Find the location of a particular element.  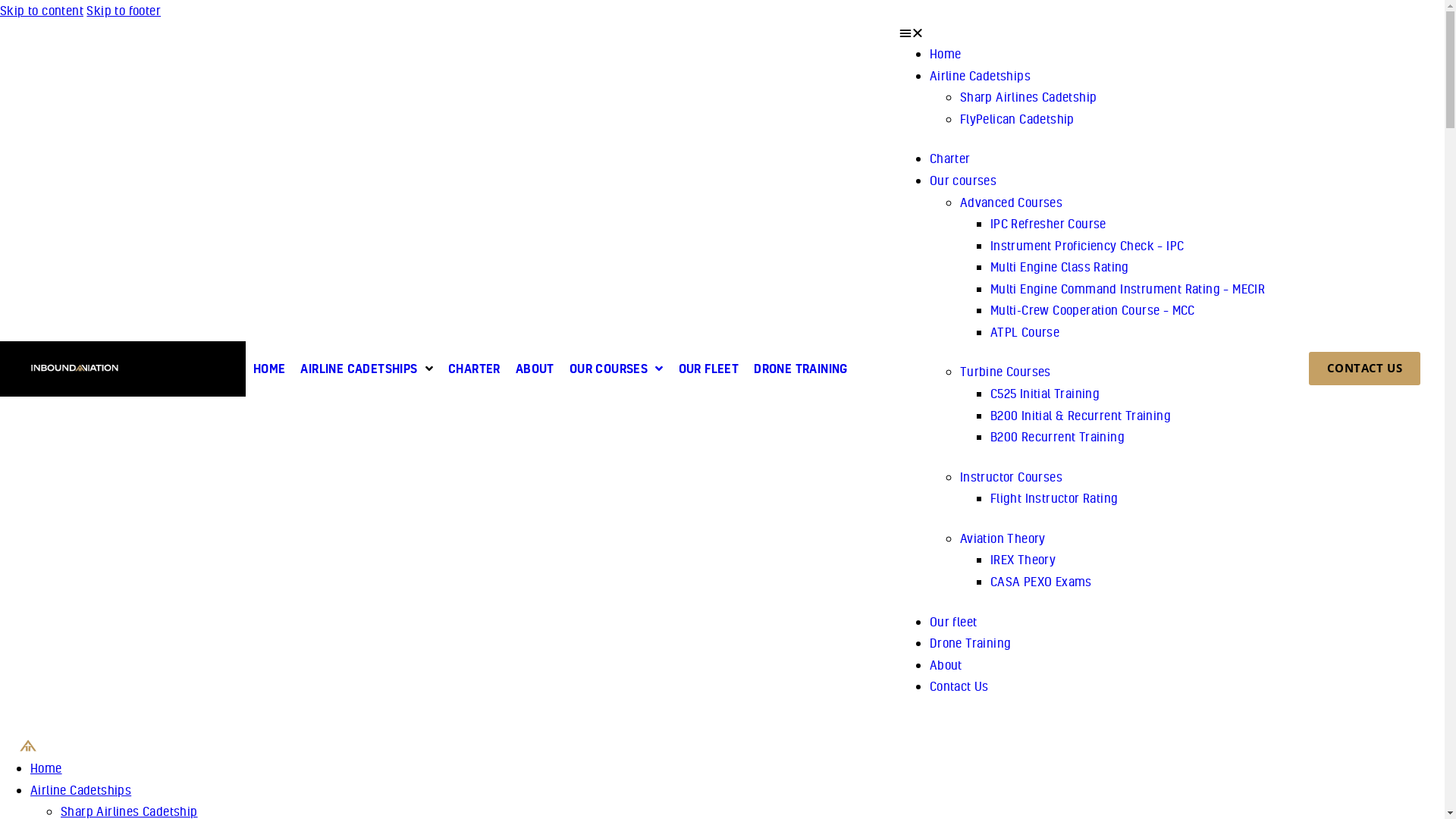

'DRONE TRAINING' is located at coordinates (800, 369).